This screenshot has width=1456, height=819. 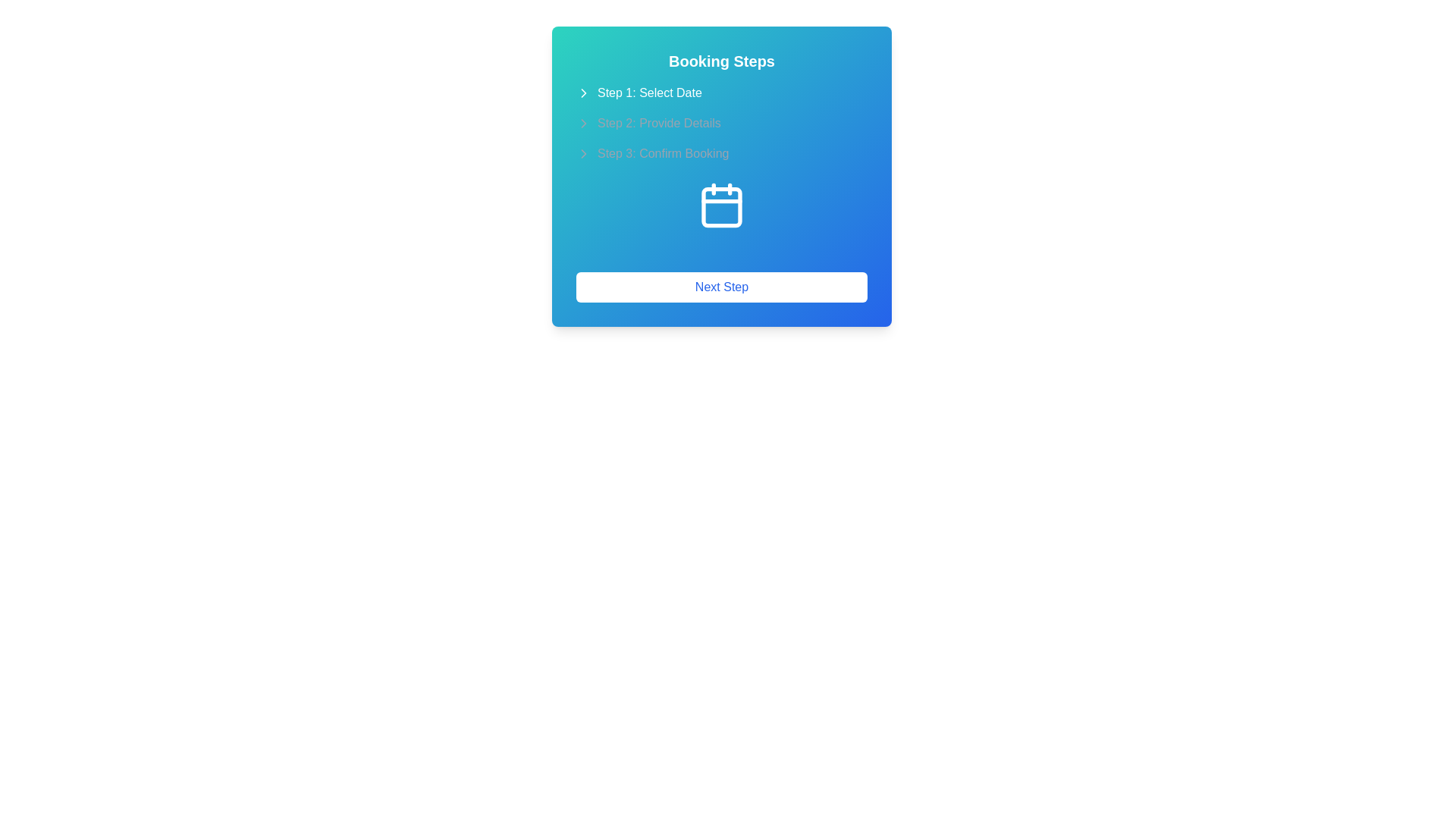 What do you see at coordinates (582, 93) in the screenshot?
I see `the right-pointing chevron icon in the step navigation panel, located to the left of the text 'Step 1: Select Date.'` at bounding box center [582, 93].